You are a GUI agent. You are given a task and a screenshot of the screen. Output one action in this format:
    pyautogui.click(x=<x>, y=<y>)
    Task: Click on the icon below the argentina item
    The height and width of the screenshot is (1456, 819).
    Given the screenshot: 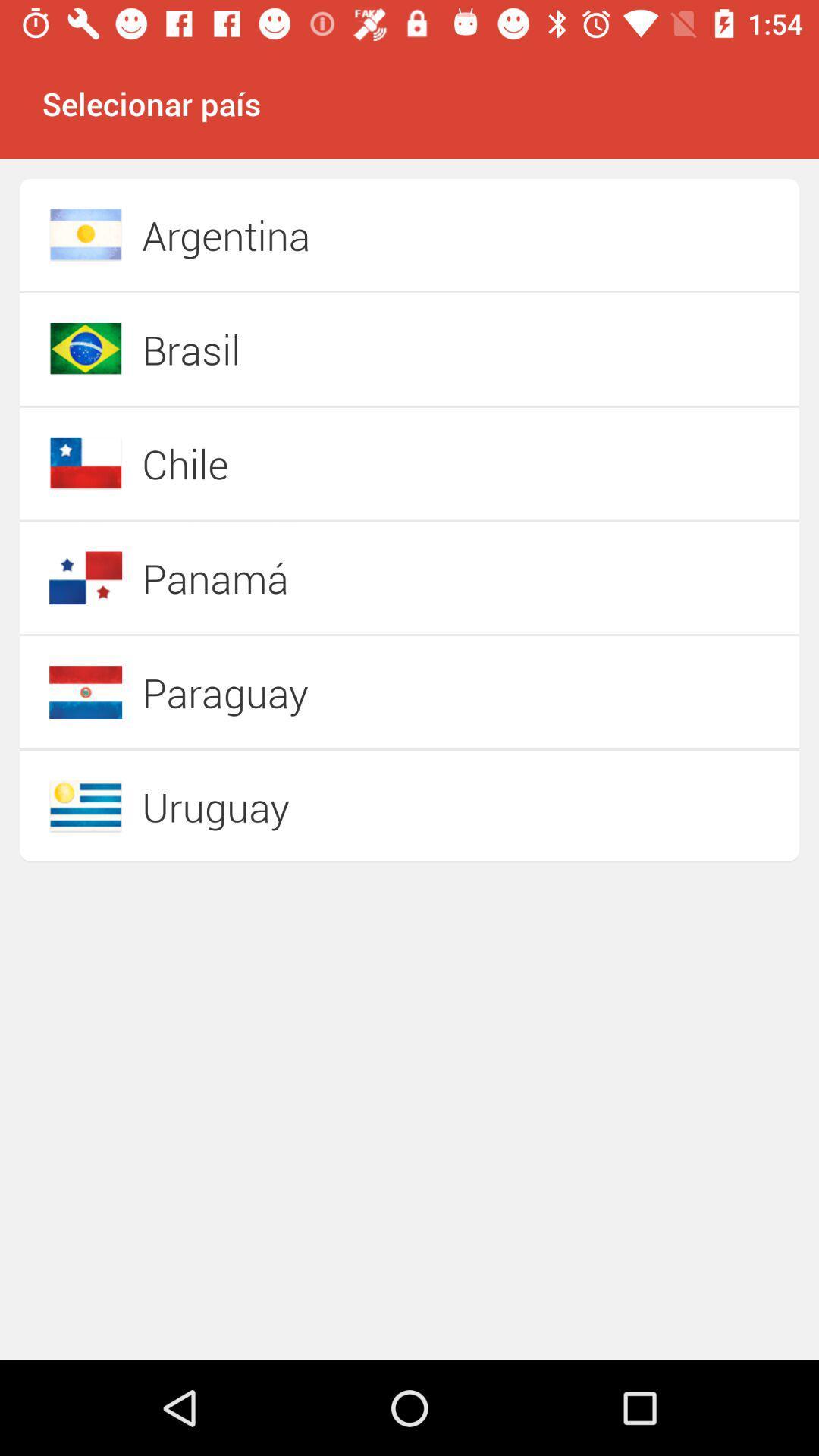 What is the action you would take?
    pyautogui.click(x=356, y=348)
    